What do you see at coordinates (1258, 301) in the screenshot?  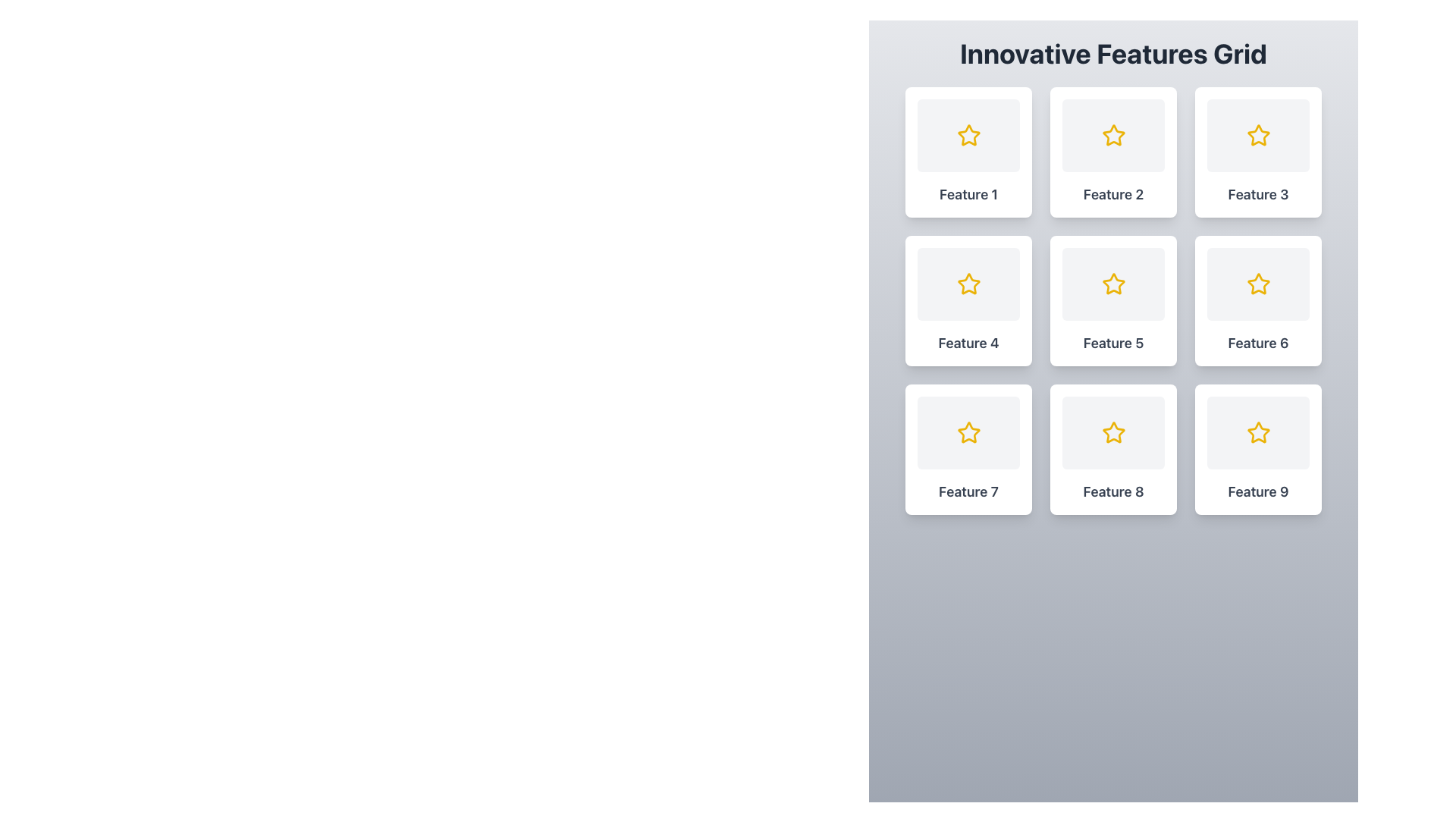 I see `the card element featuring a yellow outlined star icon and the label 'Feature 6' in bold gray text, located in the third column of the second row of the 'Innovative Features Grid'` at bounding box center [1258, 301].